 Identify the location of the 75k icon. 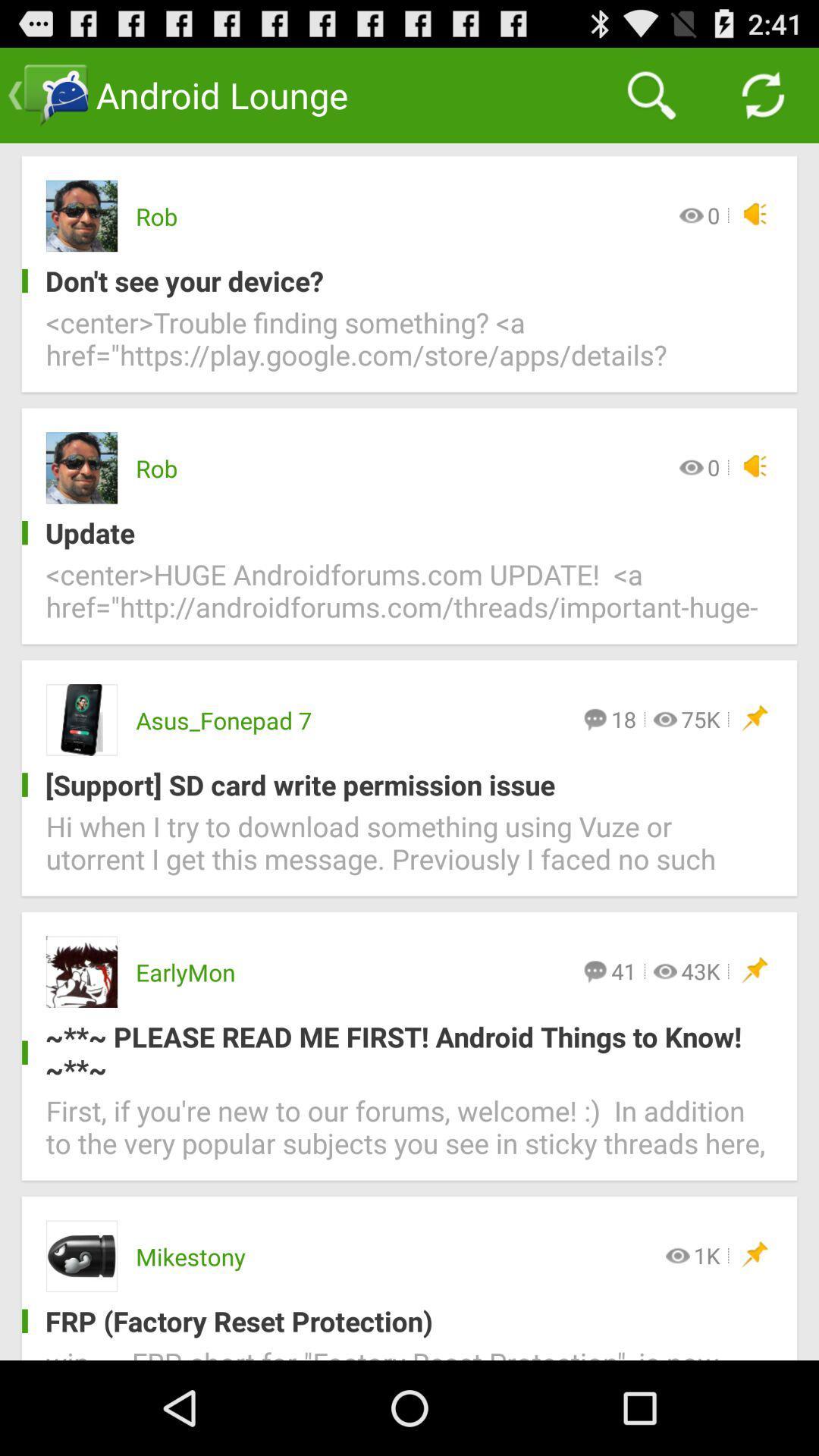
(701, 718).